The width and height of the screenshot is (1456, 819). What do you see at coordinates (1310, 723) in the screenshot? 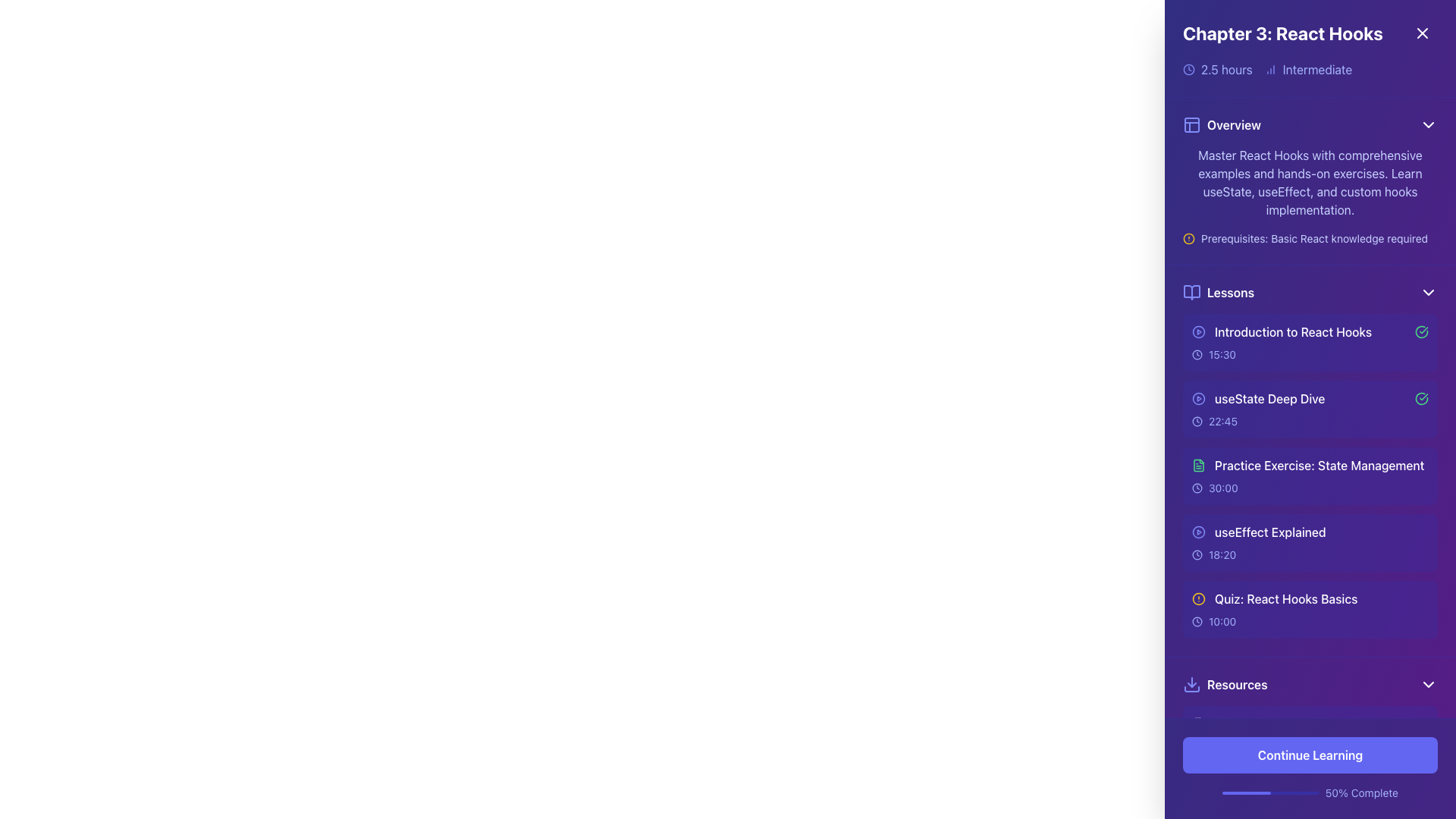
I see `the downloadable link for the 'Hooks Cheat Sheet' PDF file located in the 'Resources' section, positioned above the 'Continue Learning' button` at bounding box center [1310, 723].